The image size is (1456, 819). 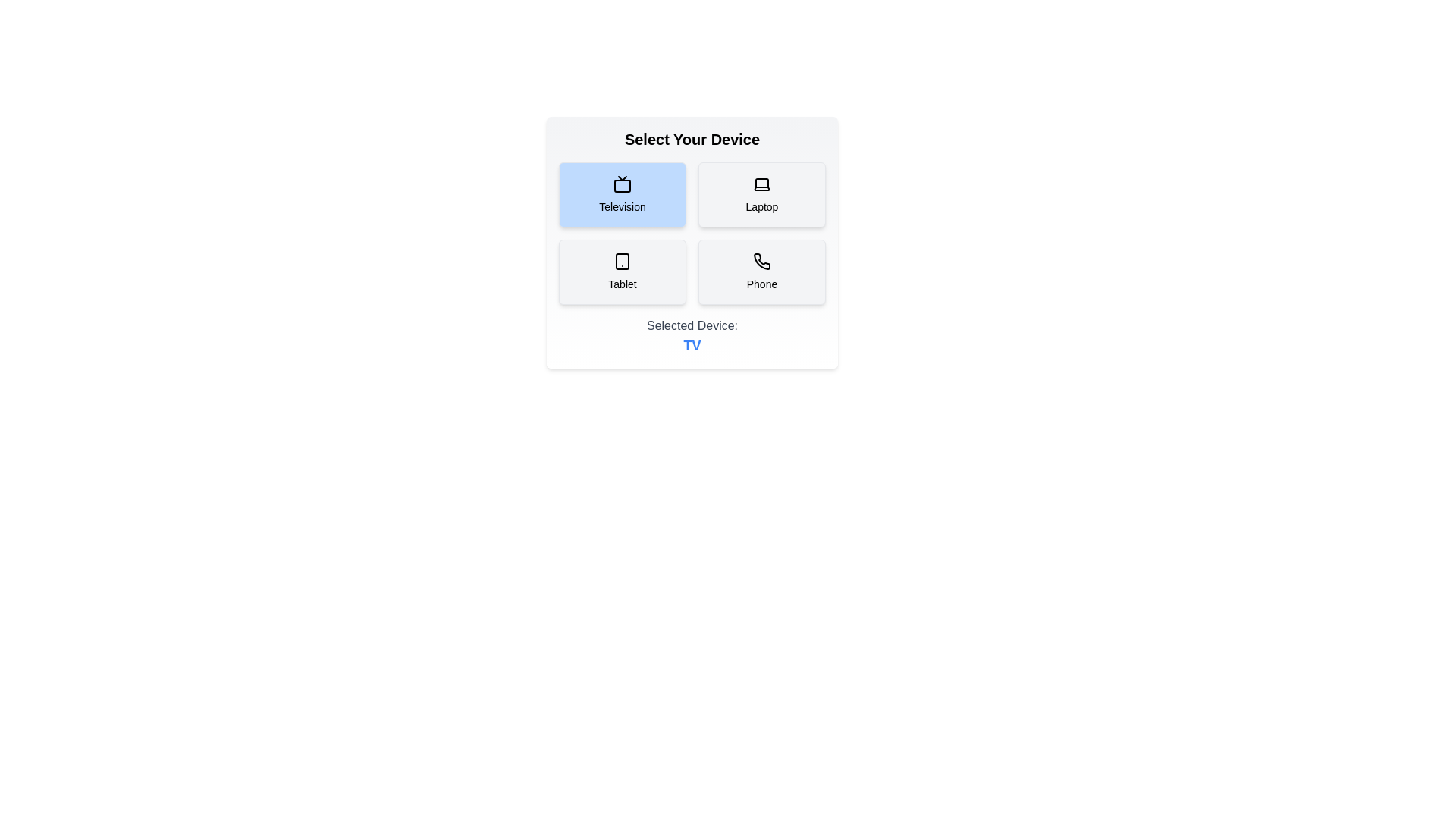 I want to click on the button corresponding to Tablet to select it, so click(x=622, y=271).